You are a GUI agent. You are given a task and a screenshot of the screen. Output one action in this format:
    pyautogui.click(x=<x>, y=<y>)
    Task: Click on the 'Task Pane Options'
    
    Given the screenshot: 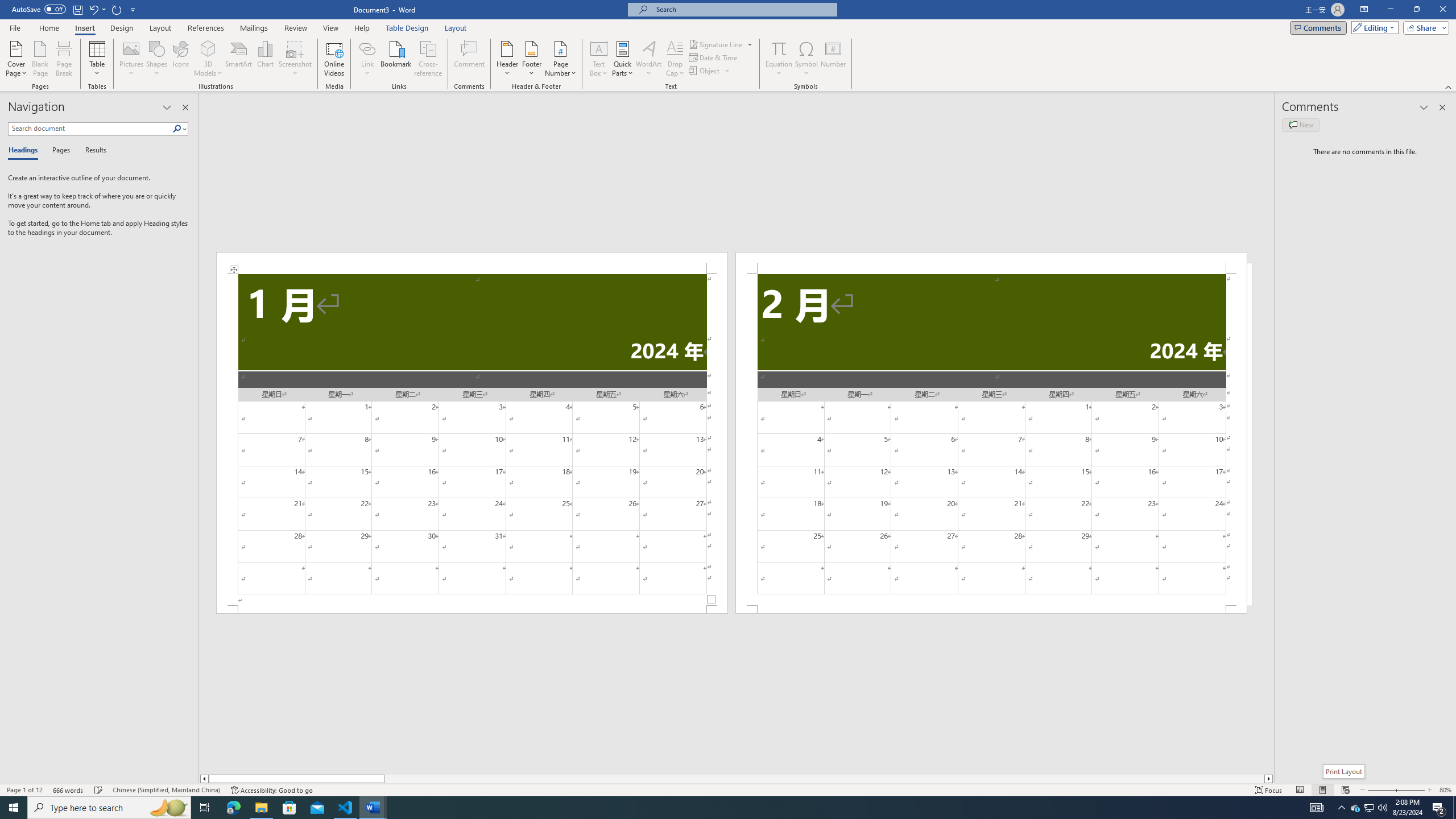 What is the action you would take?
    pyautogui.click(x=167, y=107)
    